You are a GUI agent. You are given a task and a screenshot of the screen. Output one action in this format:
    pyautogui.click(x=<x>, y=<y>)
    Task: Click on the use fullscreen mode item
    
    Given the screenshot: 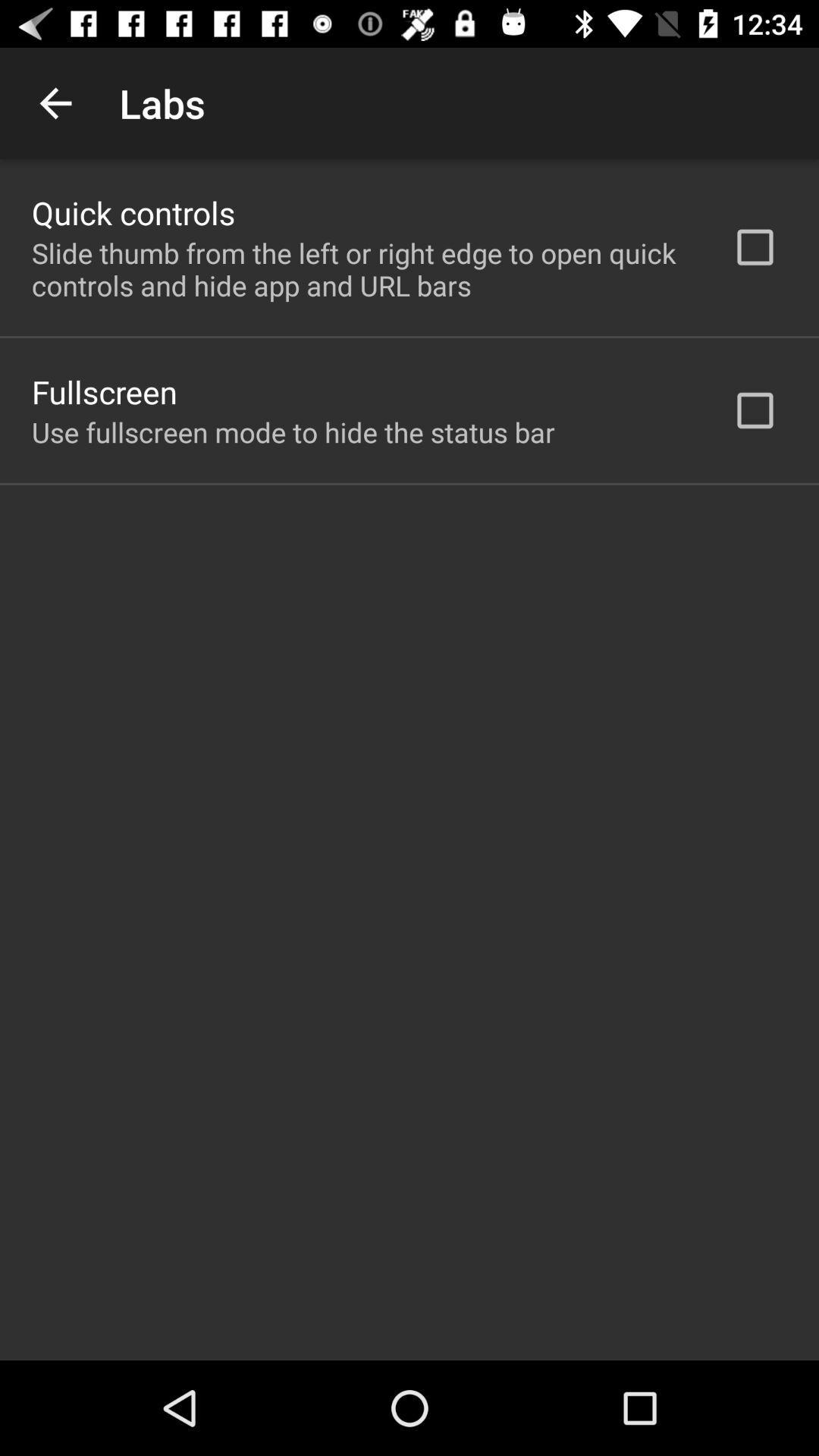 What is the action you would take?
    pyautogui.click(x=293, y=431)
    